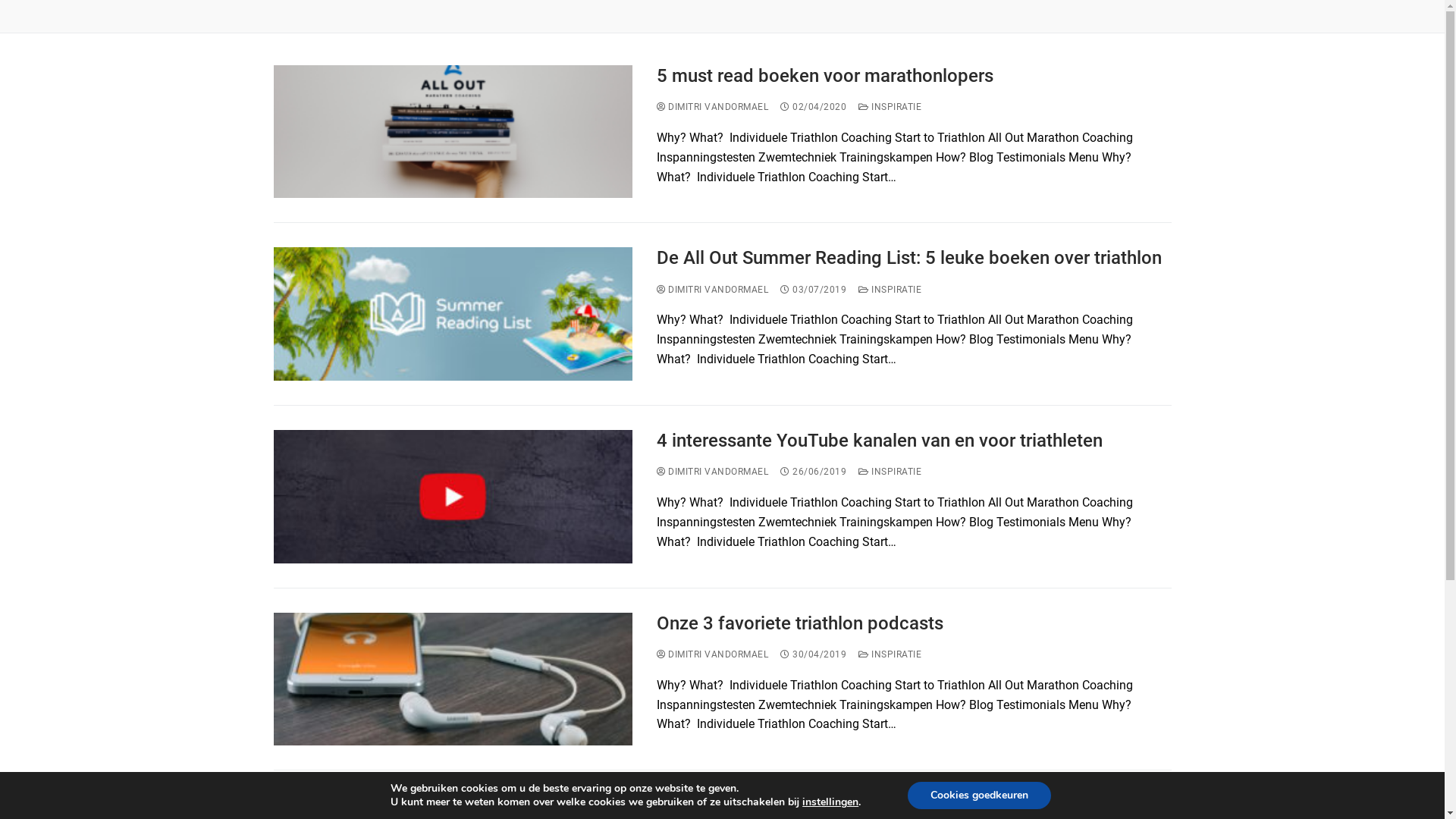 Image resolution: width=1456 pixels, height=819 pixels. Describe the element at coordinates (812, 289) in the screenshot. I see `'03/07/2019'` at that location.